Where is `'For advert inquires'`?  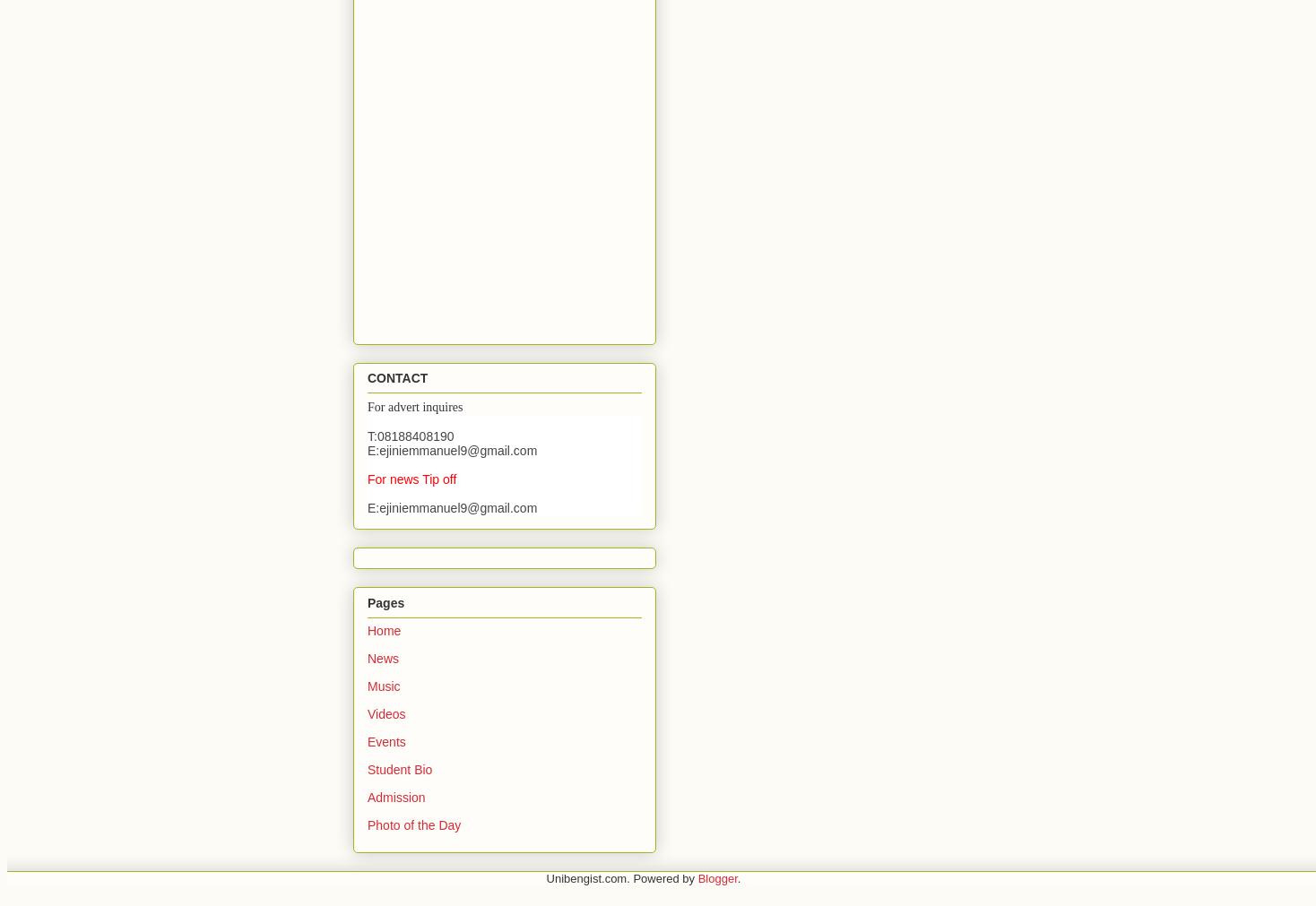 'For advert inquires' is located at coordinates (415, 406).